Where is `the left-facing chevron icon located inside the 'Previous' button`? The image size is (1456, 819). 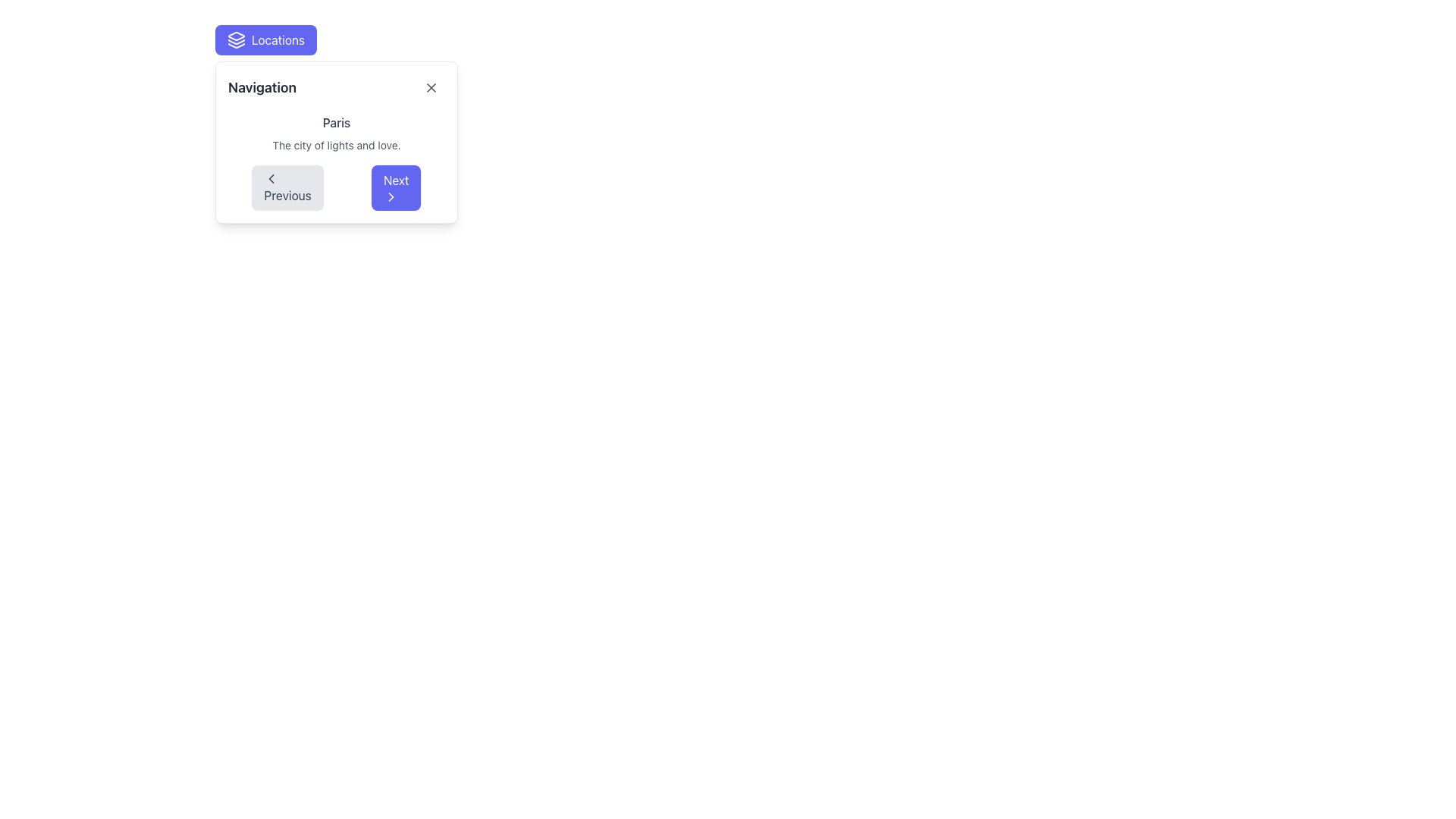
the left-facing chevron icon located inside the 'Previous' button is located at coordinates (271, 177).